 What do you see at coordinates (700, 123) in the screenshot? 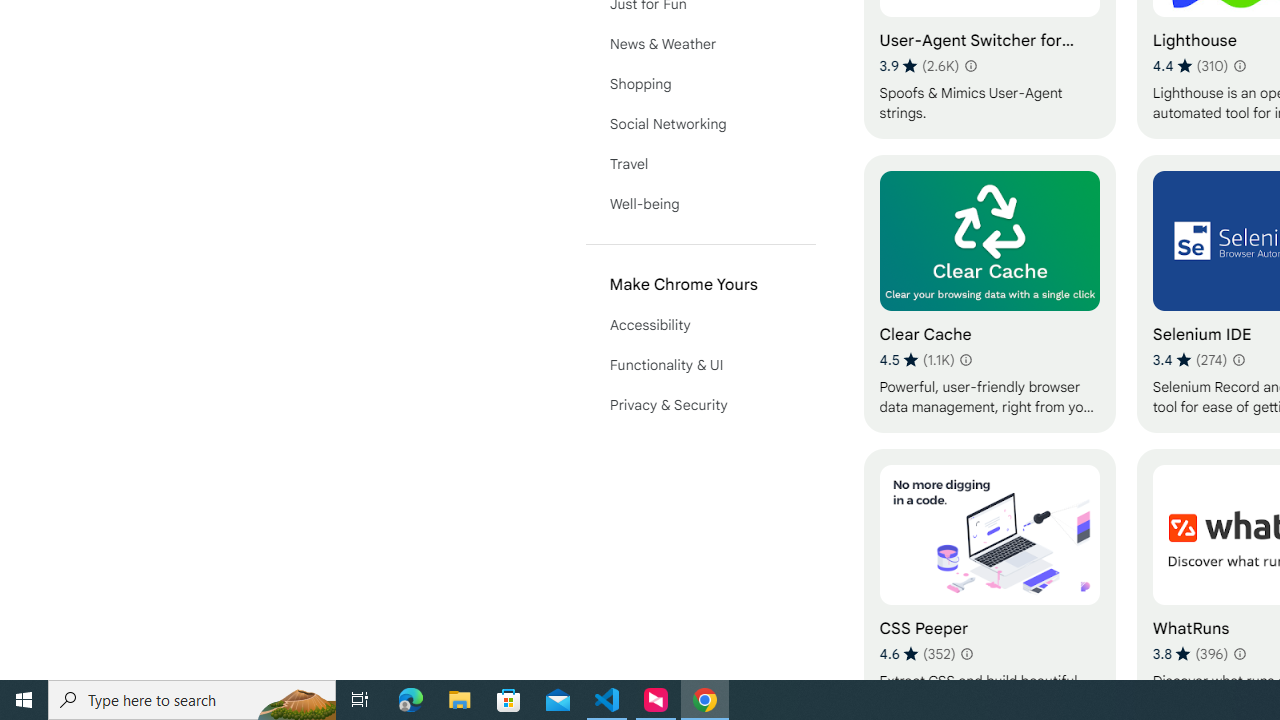
I see `'Social Networking'` at bounding box center [700, 123].